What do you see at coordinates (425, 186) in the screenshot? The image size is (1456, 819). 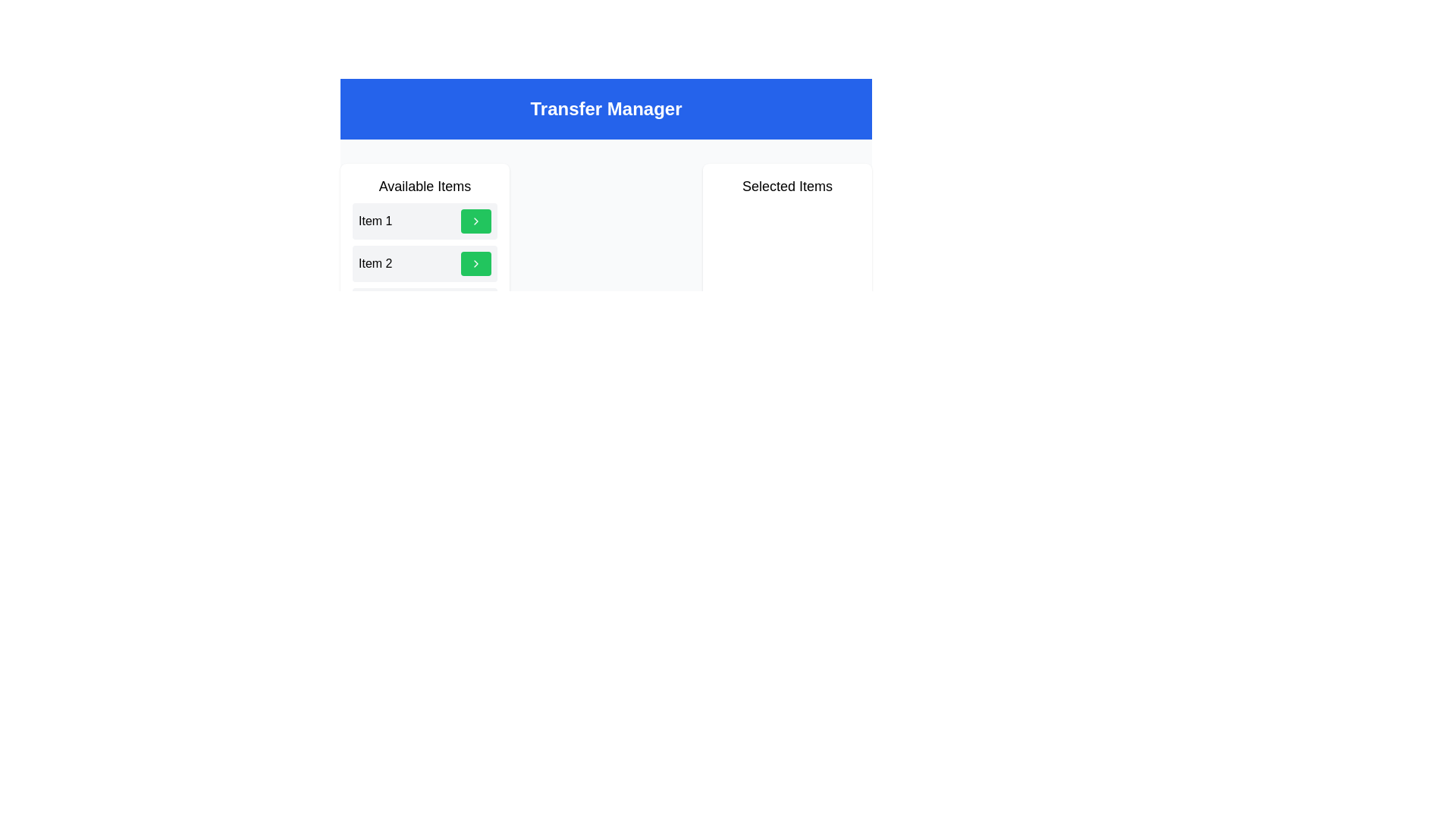 I see `the 'Available Items' text header, which is styled with a bold font and larger size, indicating its importance in the left panel of the interface` at bounding box center [425, 186].